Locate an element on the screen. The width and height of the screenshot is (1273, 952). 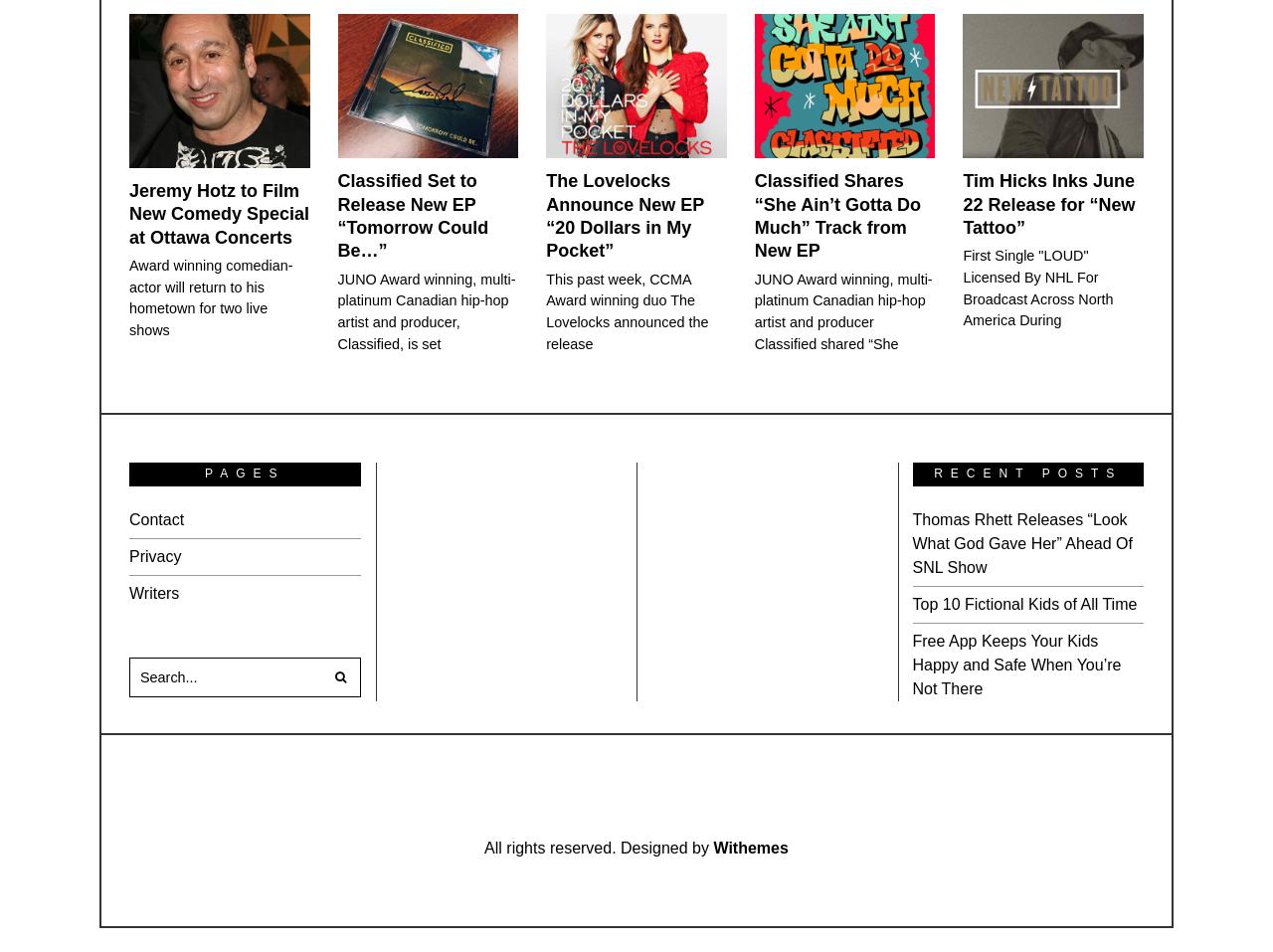
'Recent Posts' is located at coordinates (1027, 473).